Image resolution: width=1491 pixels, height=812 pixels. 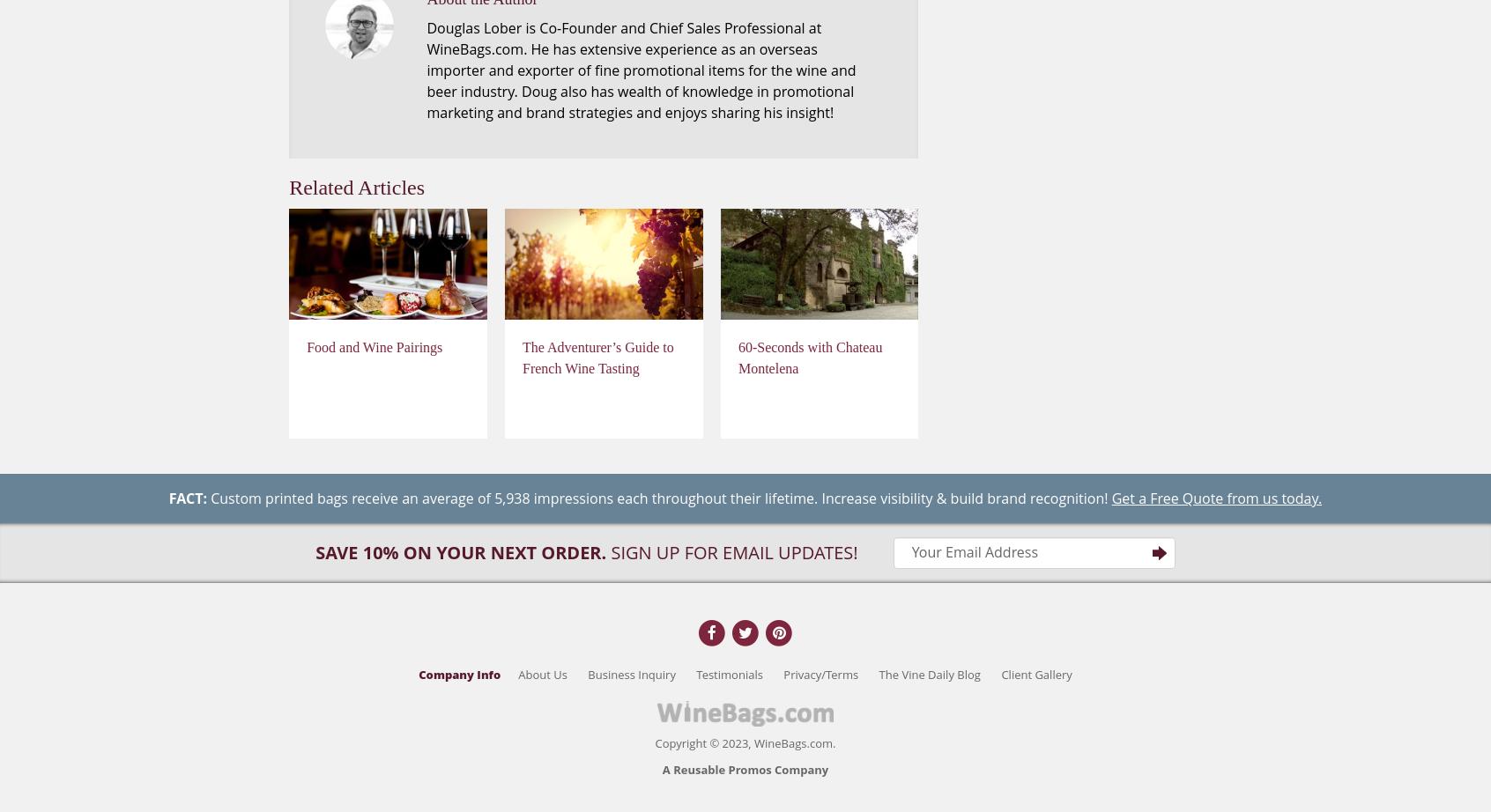 I want to click on 'Custom printed bags receive an average of 5,938 impressions each throughout their lifetime. Increase visibility & build brand recognition!', so click(x=658, y=498).